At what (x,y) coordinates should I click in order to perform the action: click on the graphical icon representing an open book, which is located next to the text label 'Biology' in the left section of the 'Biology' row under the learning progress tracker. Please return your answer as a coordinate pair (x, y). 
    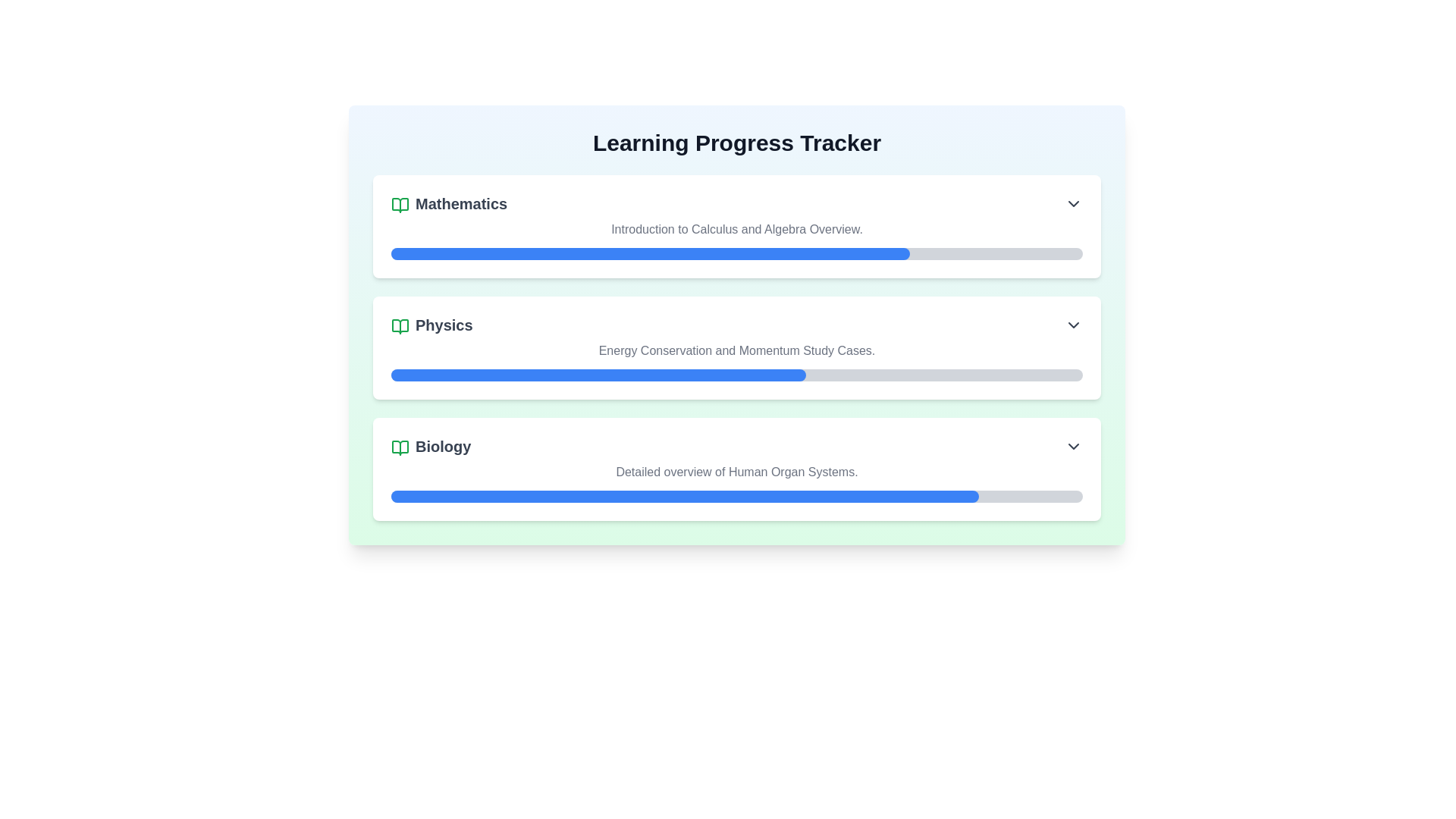
    Looking at the image, I should click on (400, 447).